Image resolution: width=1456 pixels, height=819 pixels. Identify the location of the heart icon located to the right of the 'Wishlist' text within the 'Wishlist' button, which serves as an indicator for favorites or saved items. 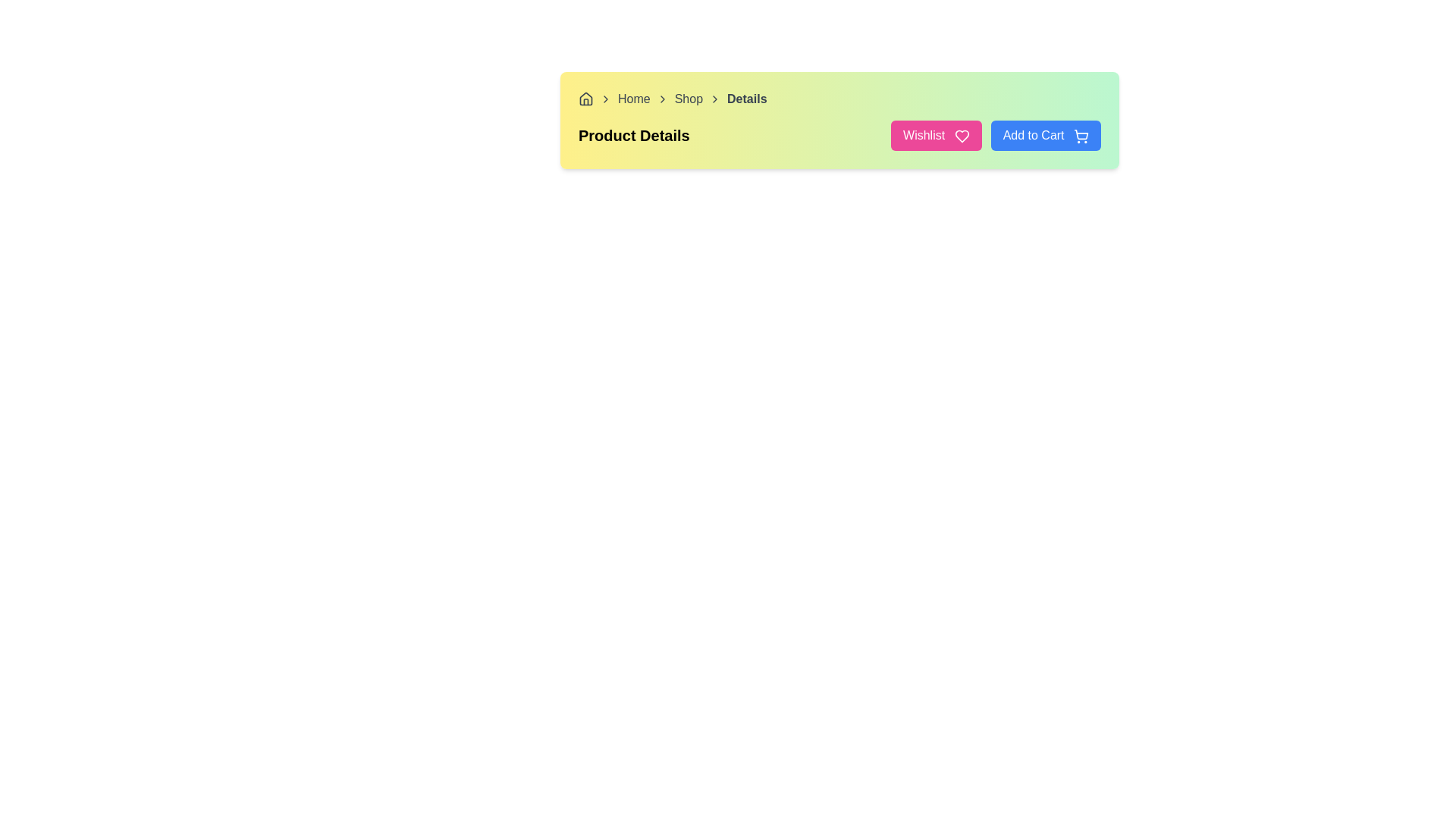
(961, 135).